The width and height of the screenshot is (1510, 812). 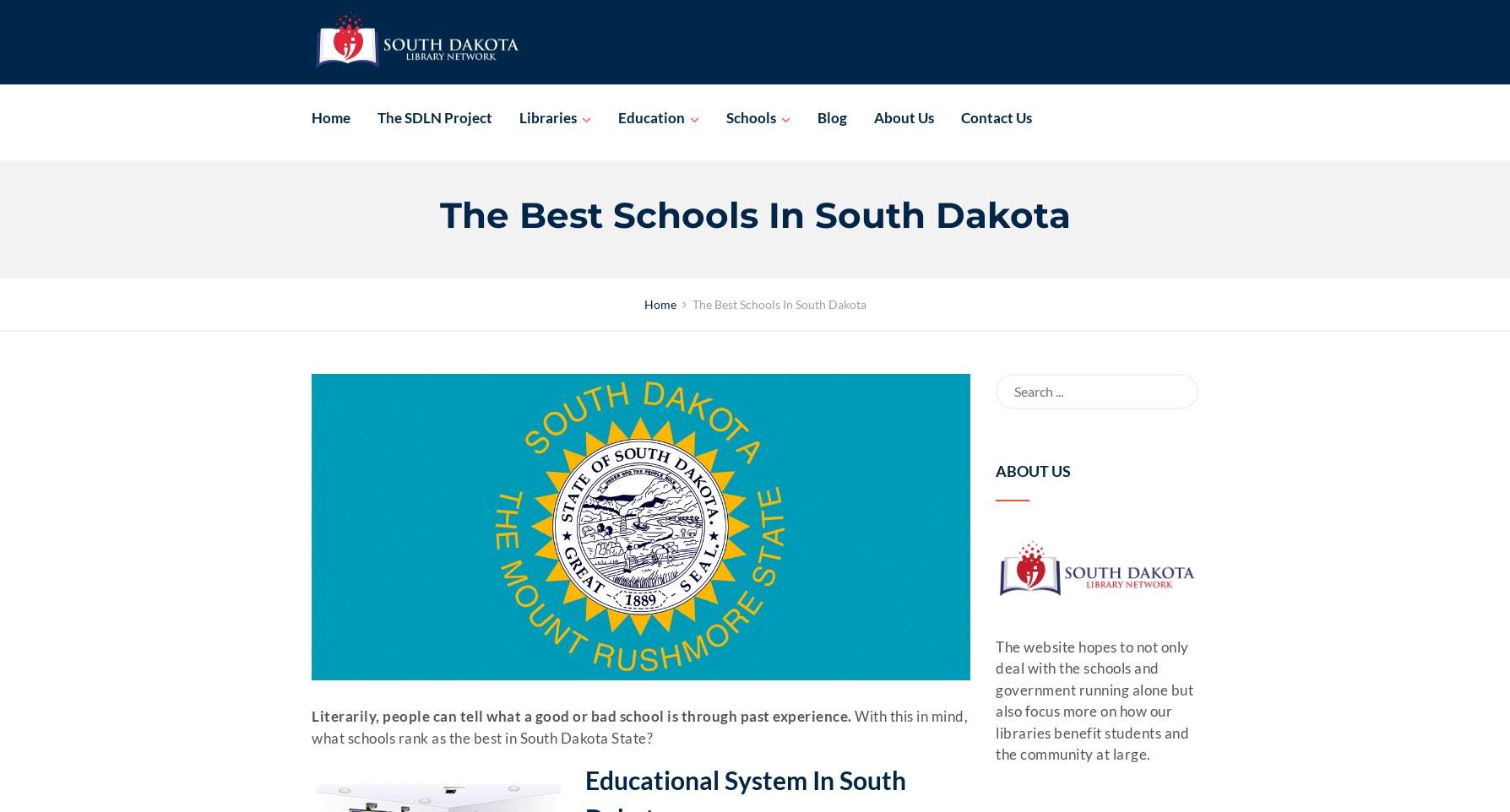 I want to click on 'Literarily, people can tell what a good or bad school is through past experience.', so click(x=580, y=716).